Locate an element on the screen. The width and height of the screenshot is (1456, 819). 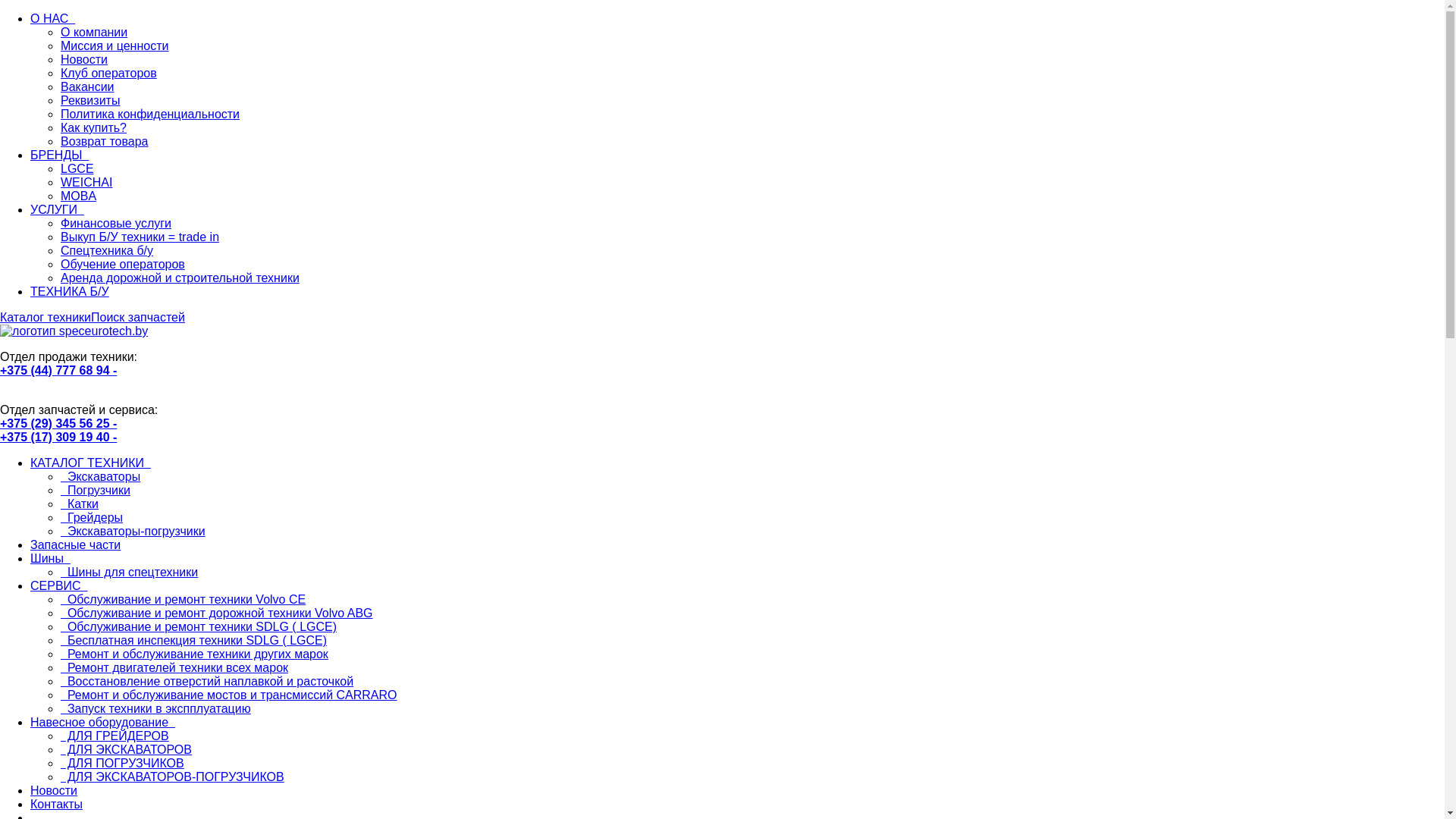
'LGCE' is located at coordinates (76, 168).